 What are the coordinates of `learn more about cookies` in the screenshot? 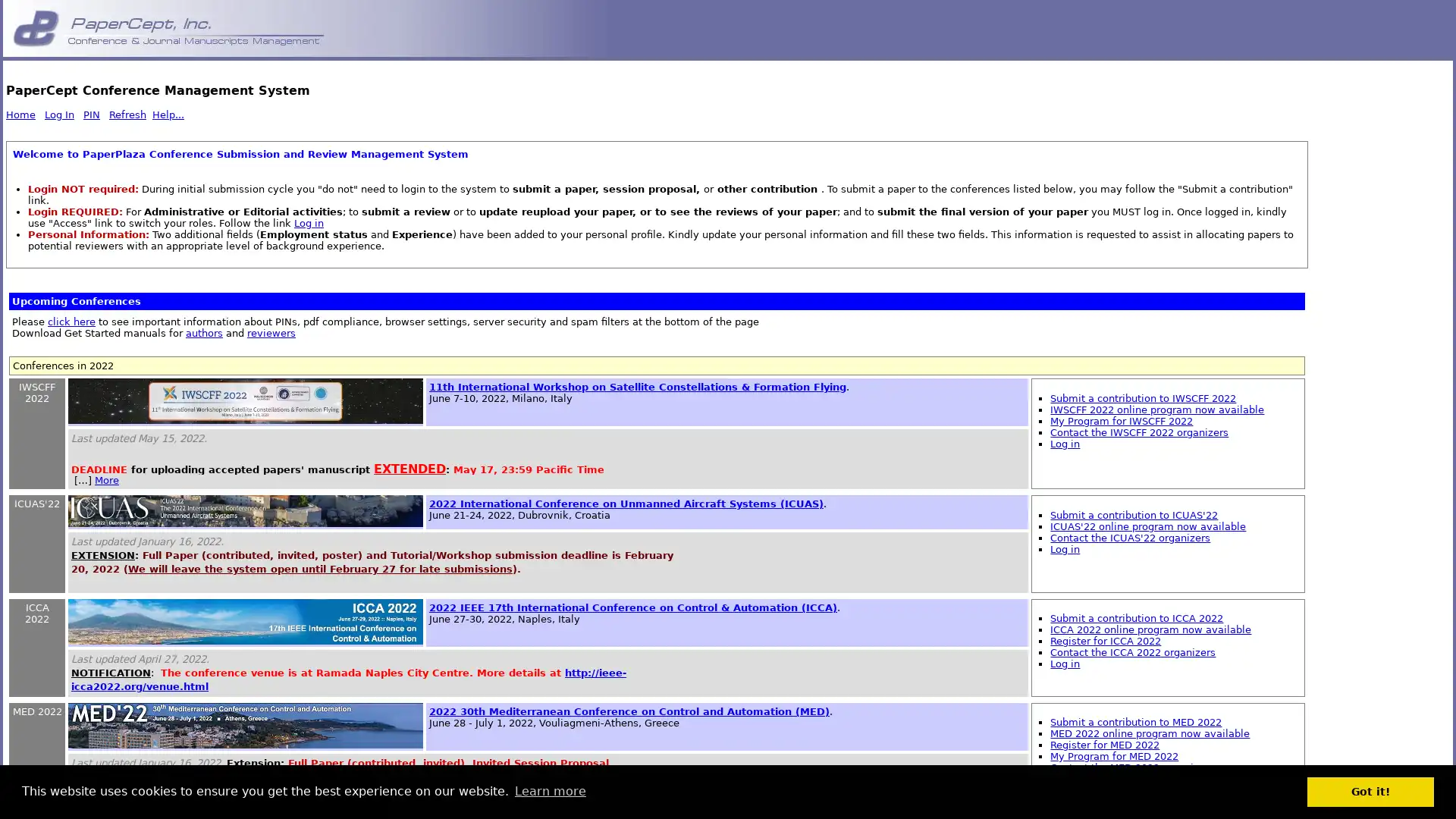 It's located at (549, 791).